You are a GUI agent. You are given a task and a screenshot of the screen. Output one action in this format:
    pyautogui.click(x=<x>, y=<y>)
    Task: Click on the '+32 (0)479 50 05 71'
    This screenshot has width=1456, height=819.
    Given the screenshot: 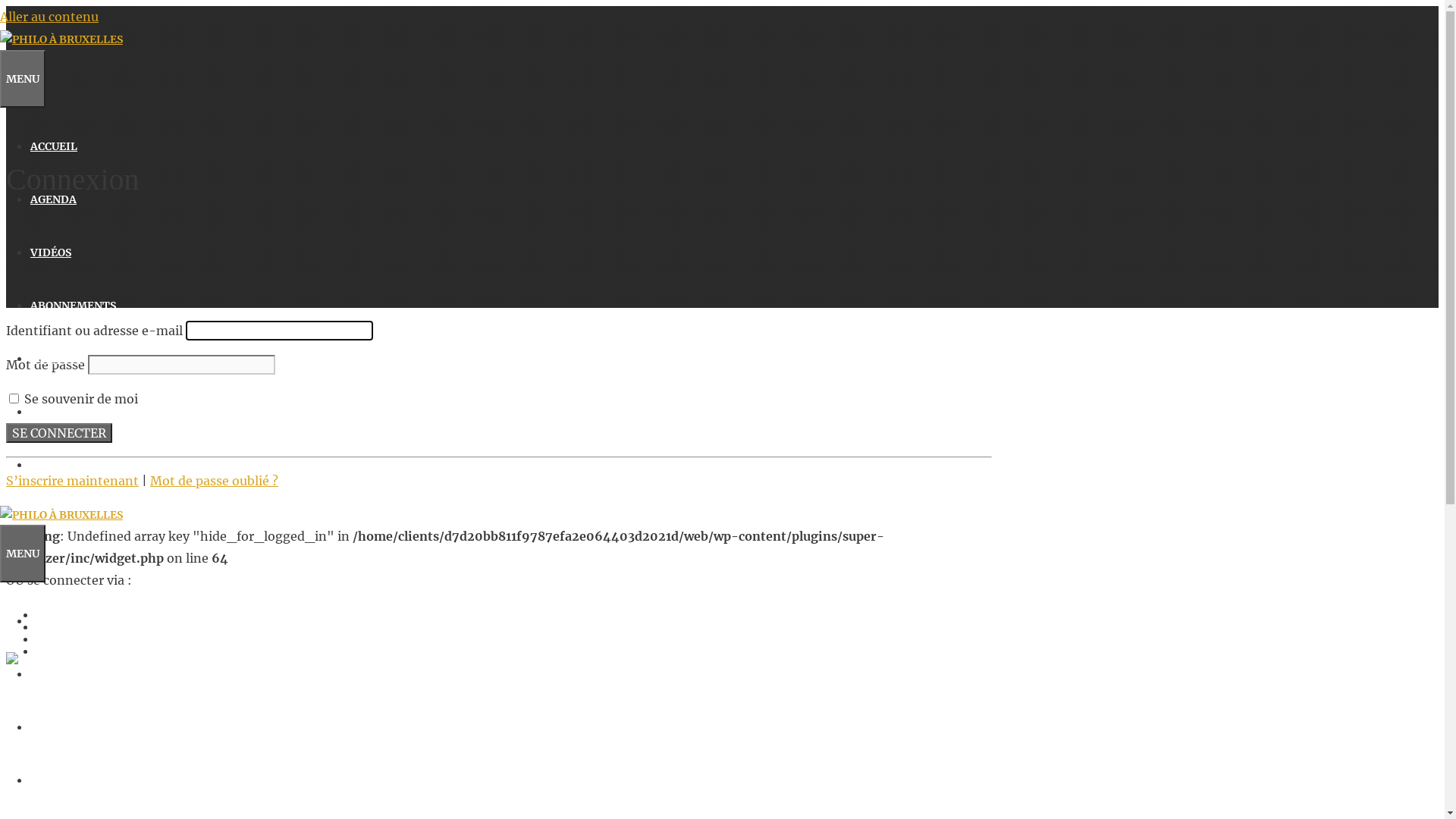 What is the action you would take?
    pyautogui.click(x=55, y=736)
    